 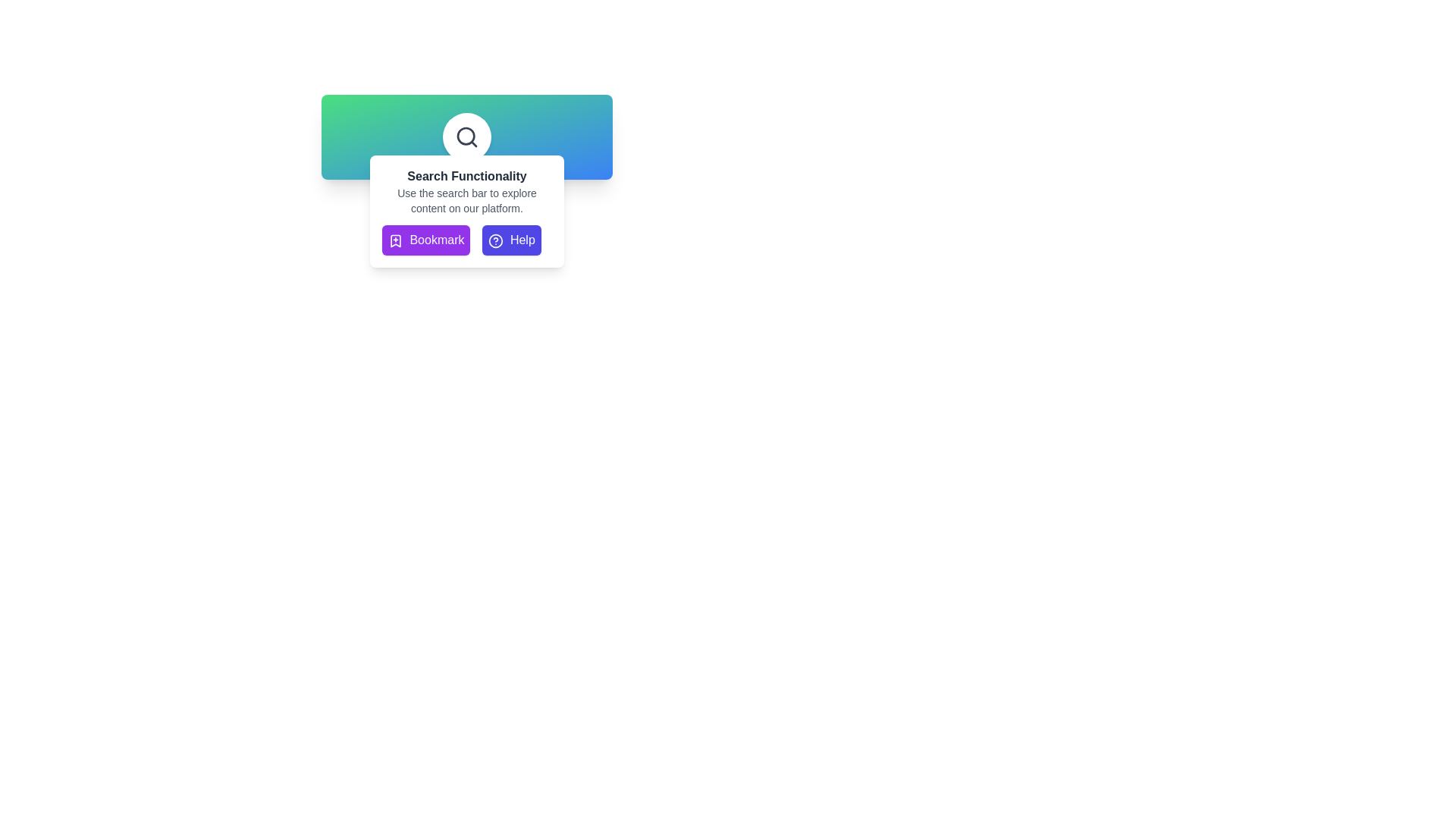 What do you see at coordinates (466, 175) in the screenshot?
I see `the static text label that serves as a title or header for the associated search information, located at the top of the white rounded box` at bounding box center [466, 175].